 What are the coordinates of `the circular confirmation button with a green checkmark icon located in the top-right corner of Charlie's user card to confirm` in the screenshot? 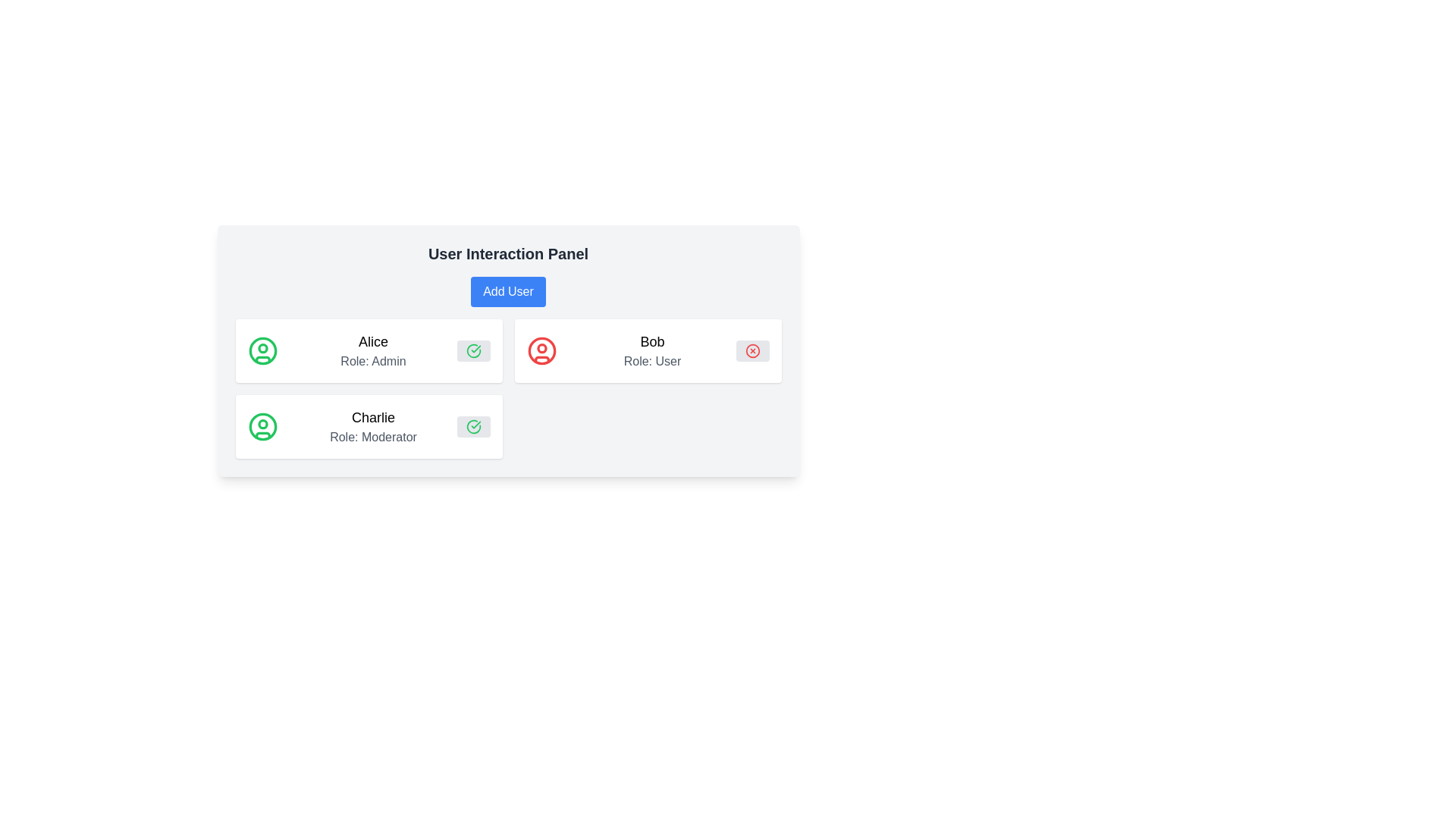 It's located at (472, 427).